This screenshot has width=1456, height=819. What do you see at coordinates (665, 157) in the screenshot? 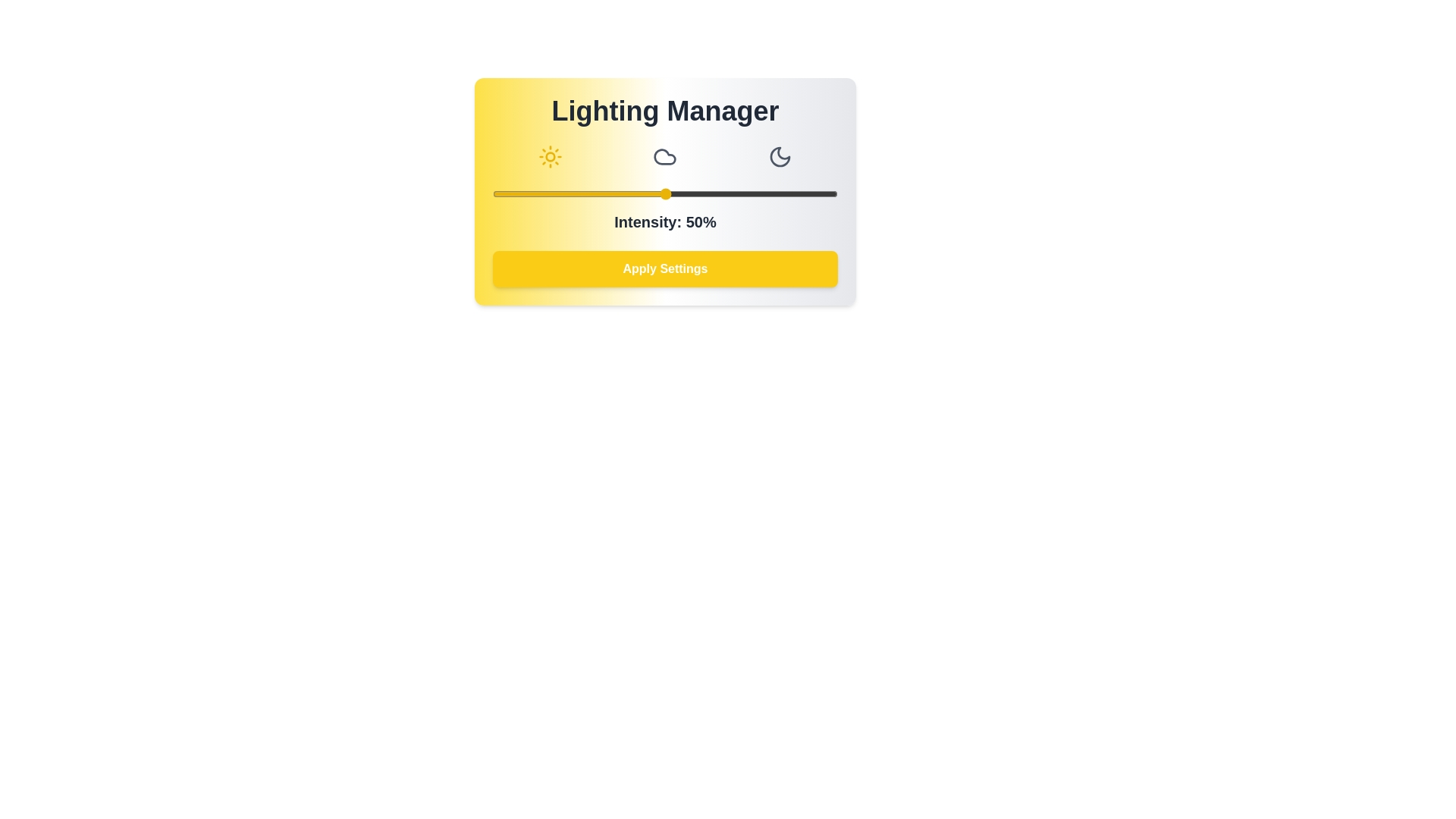
I see `the Neutral lighting mode button` at bounding box center [665, 157].